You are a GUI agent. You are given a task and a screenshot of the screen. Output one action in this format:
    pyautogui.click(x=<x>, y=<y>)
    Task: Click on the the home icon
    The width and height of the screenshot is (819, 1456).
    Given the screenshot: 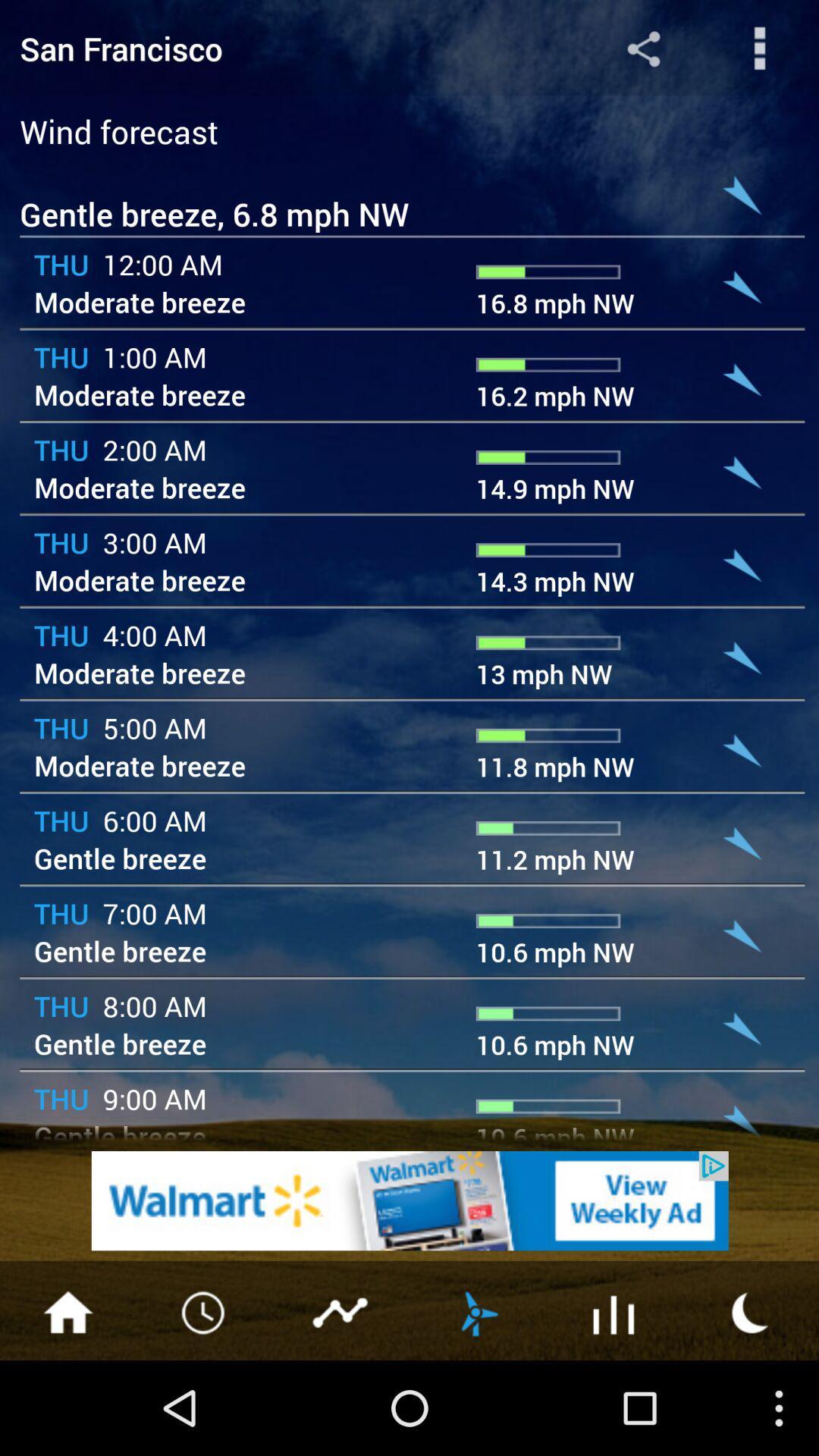 What is the action you would take?
    pyautogui.click(x=67, y=1402)
    